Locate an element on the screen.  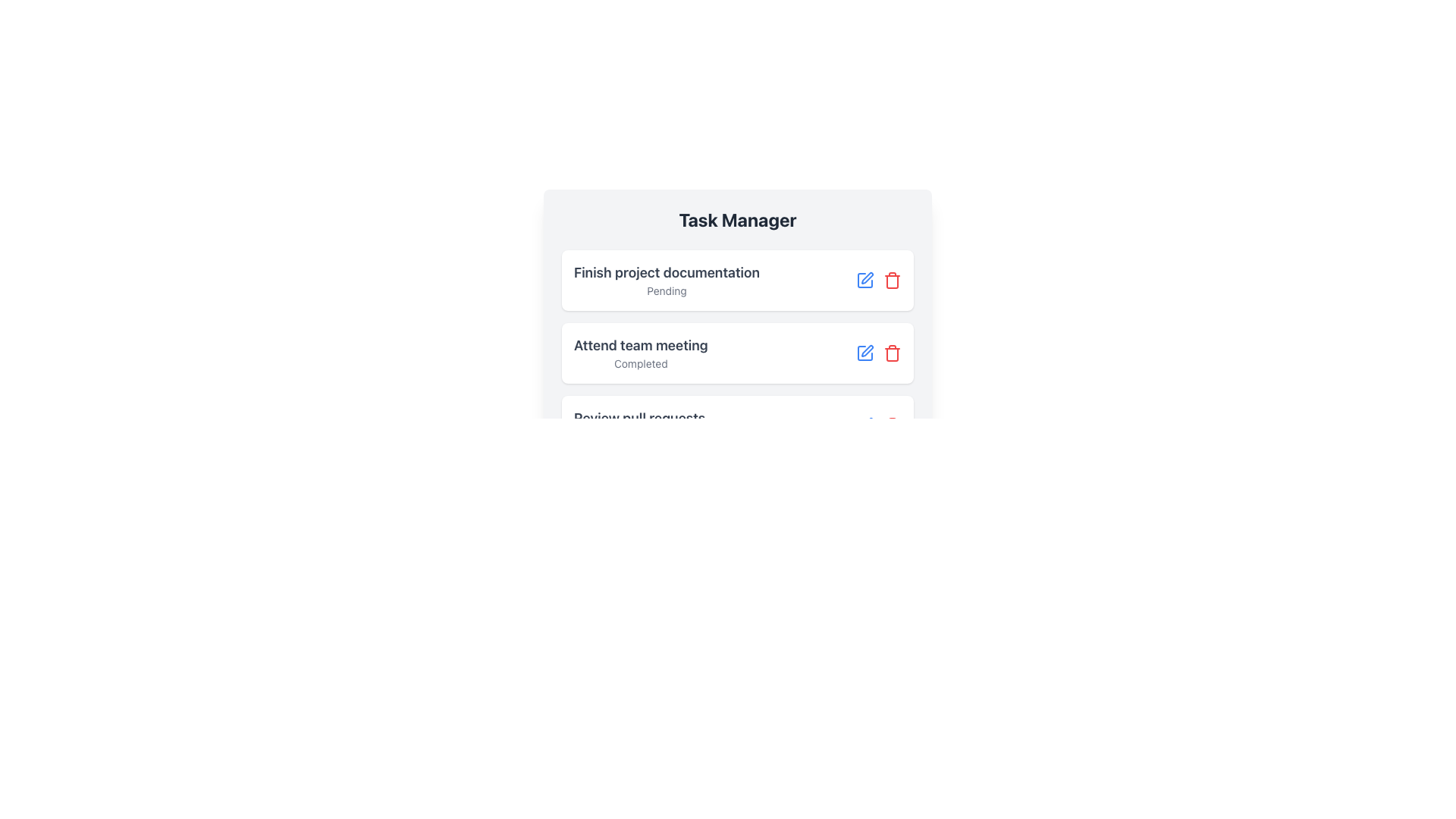
the text block titled 'Review pull requests' that displays the status 'In Progress' within the 'Task Manager' interface is located at coordinates (639, 426).